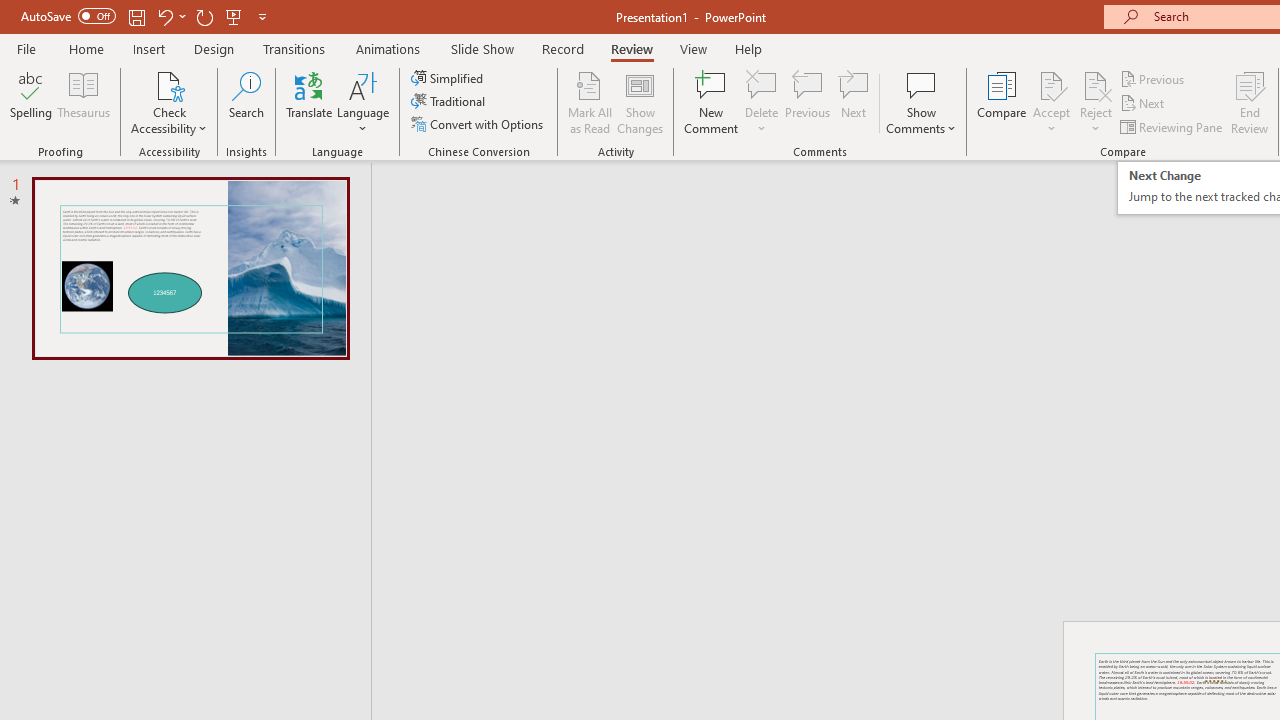 The image size is (1280, 720). Describe the element at coordinates (308, 103) in the screenshot. I see `'Translate'` at that location.